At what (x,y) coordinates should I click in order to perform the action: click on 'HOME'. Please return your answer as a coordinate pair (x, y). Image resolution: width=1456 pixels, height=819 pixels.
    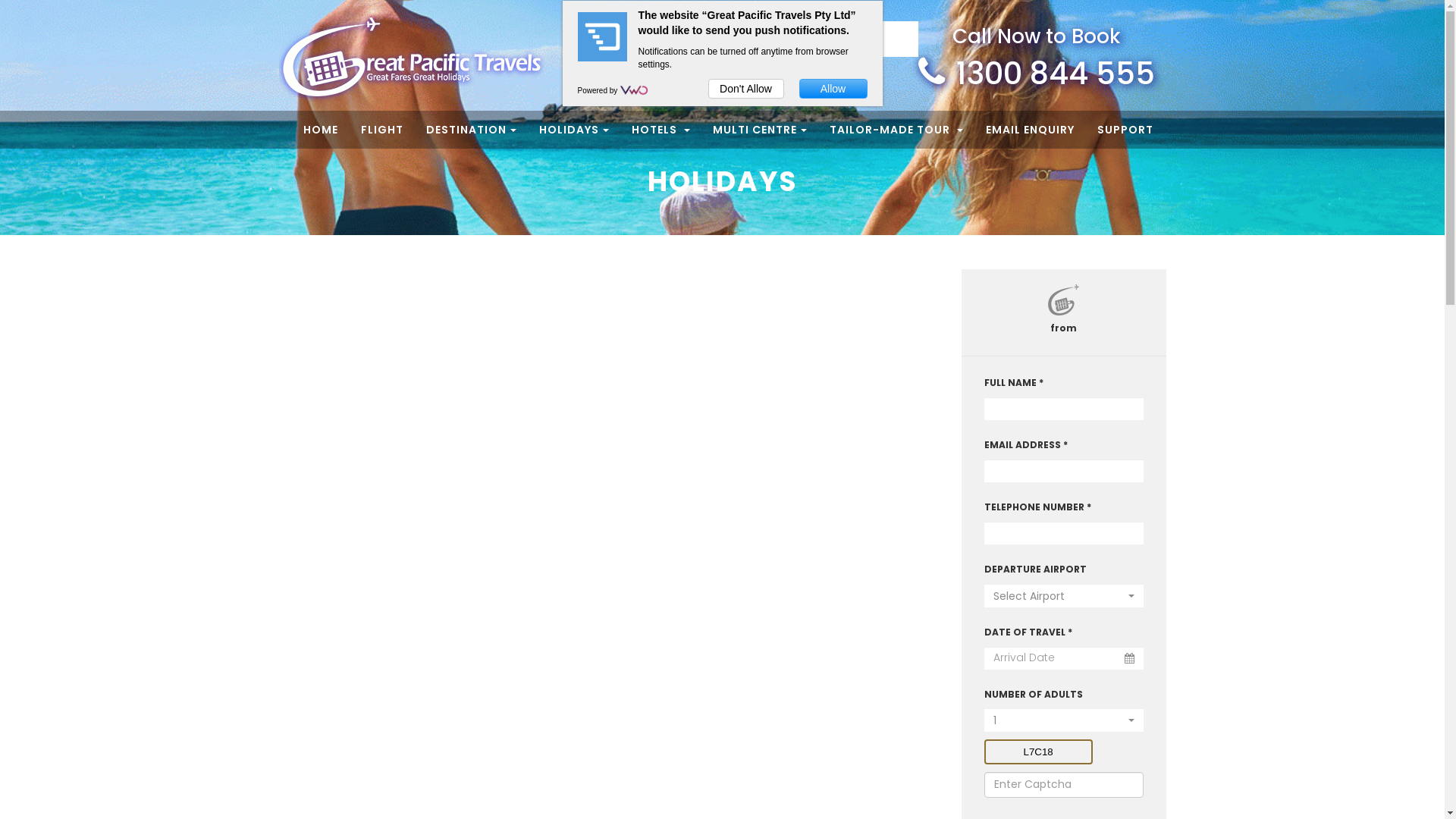
    Looking at the image, I should click on (303, 128).